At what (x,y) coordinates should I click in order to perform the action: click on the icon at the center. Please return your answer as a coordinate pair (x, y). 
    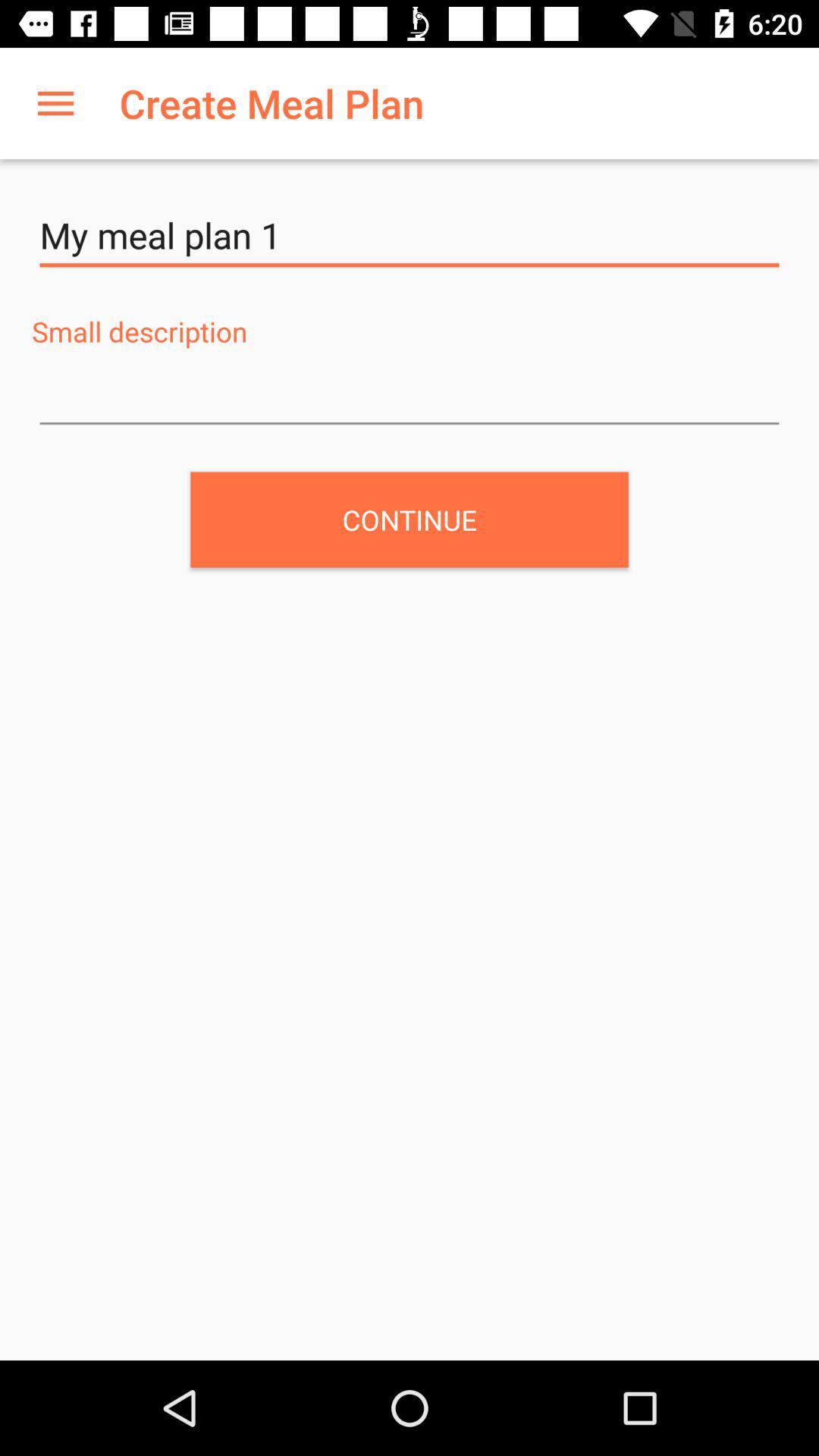
    Looking at the image, I should click on (409, 519).